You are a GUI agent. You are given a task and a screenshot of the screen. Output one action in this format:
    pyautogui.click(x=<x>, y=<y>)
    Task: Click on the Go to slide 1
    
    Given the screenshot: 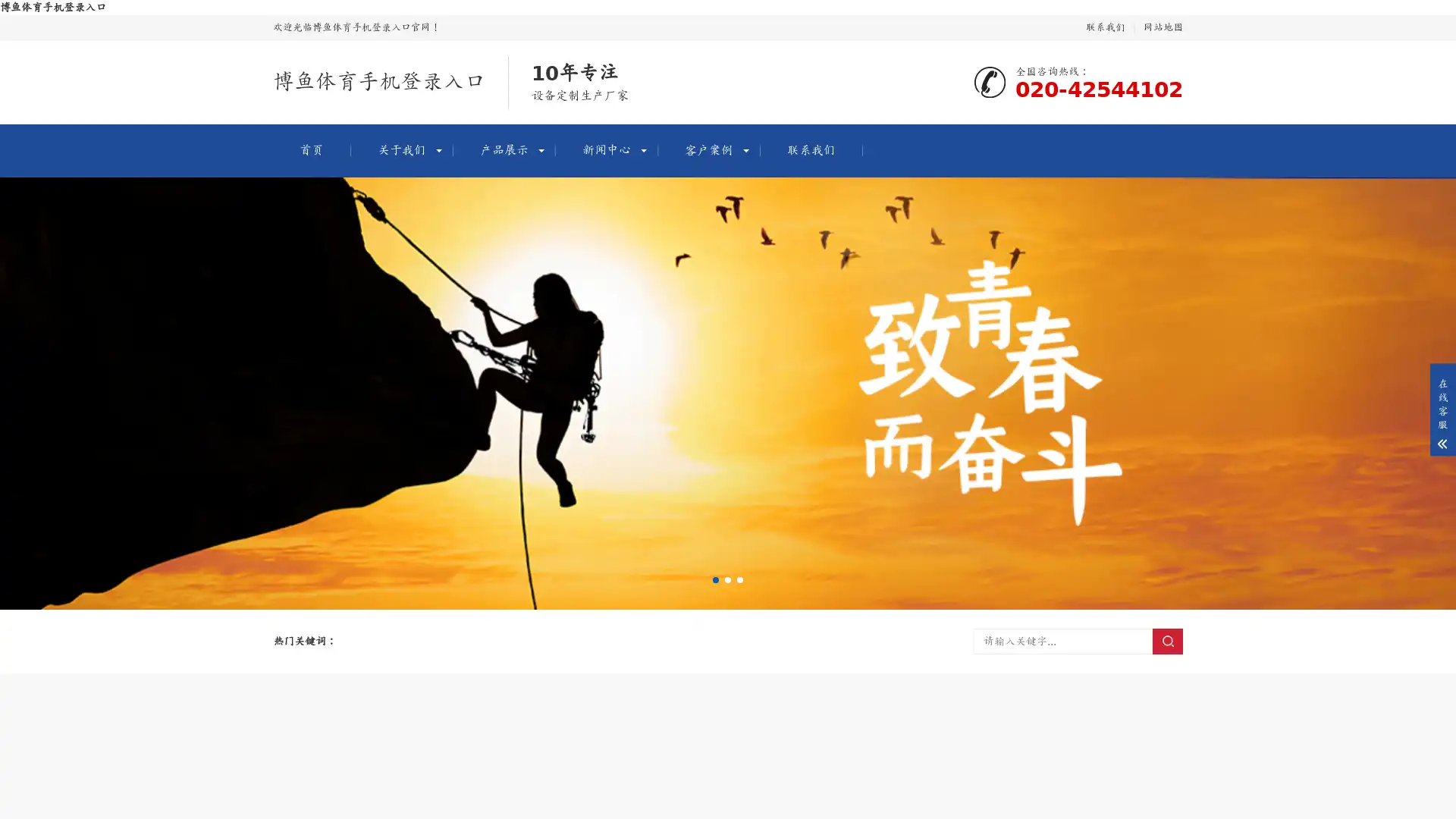 What is the action you would take?
    pyautogui.click(x=715, y=579)
    